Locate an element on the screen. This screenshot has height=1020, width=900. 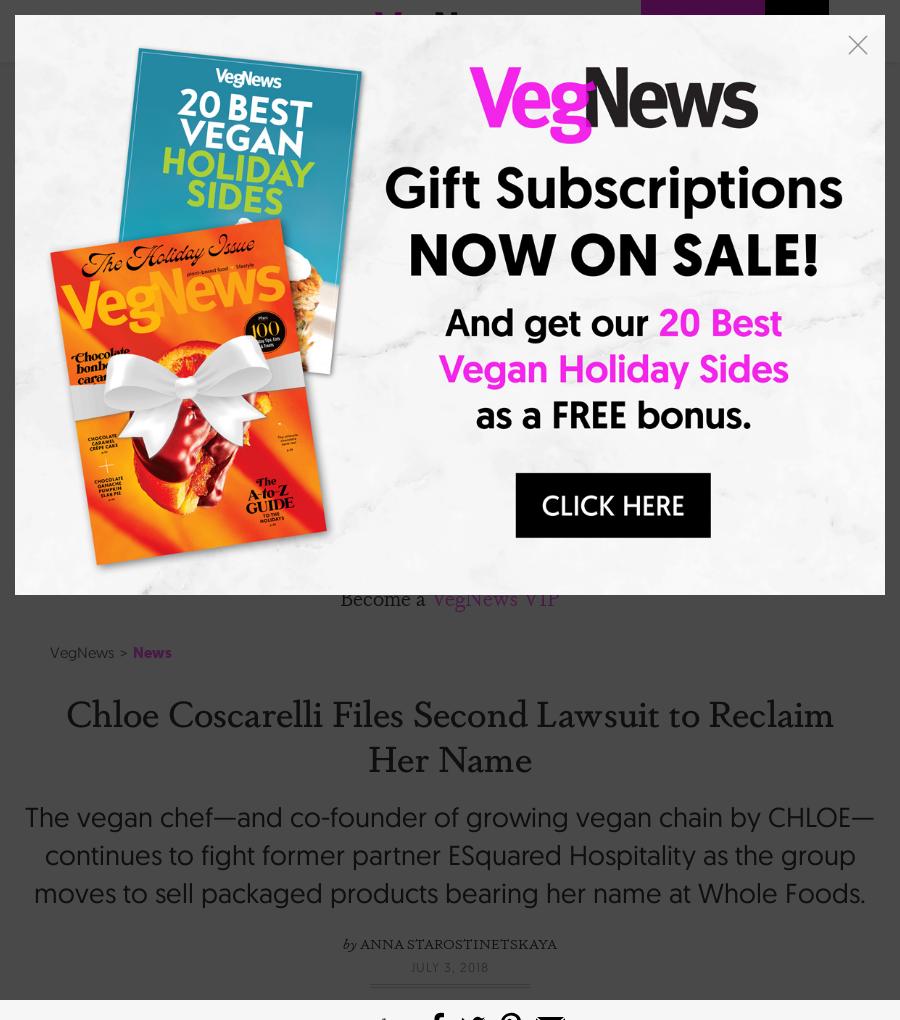
'Vegan Thanksgiving' is located at coordinates (414, 535).